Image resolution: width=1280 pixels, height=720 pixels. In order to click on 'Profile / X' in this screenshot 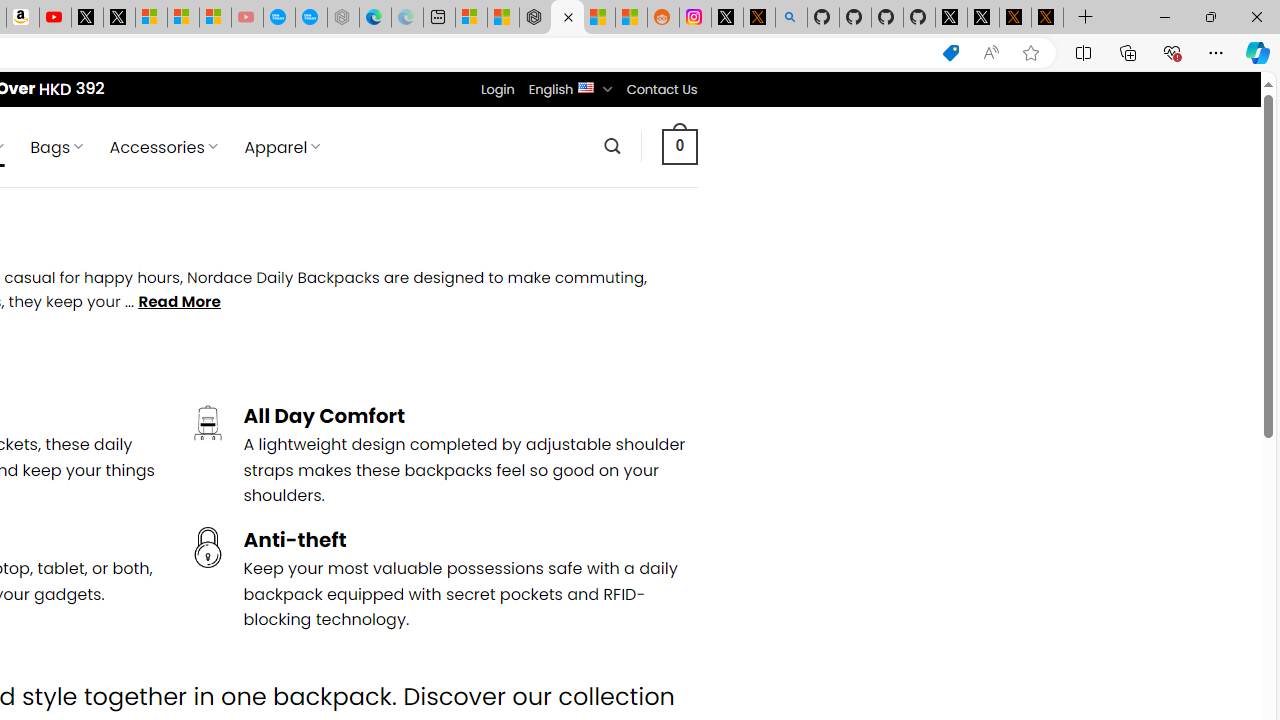, I will do `click(950, 17)`.